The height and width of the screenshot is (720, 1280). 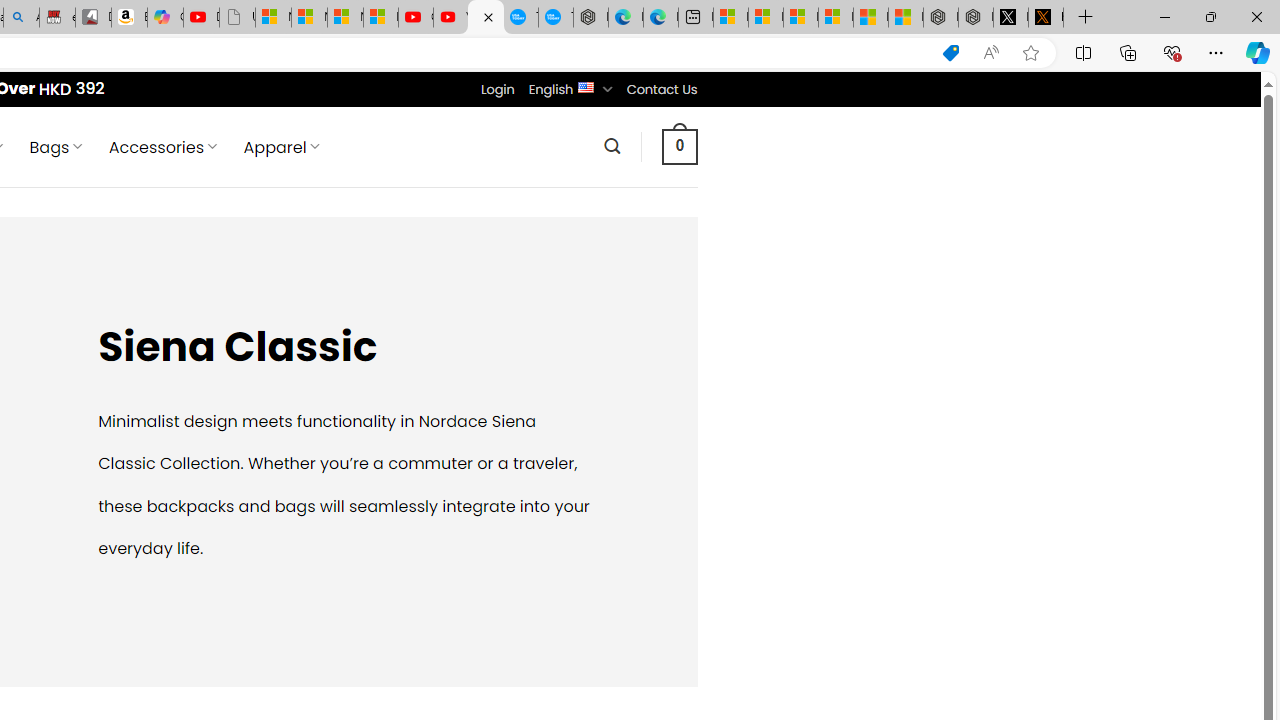 What do you see at coordinates (165, 17) in the screenshot?
I see `'Copilot'` at bounding box center [165, 17].